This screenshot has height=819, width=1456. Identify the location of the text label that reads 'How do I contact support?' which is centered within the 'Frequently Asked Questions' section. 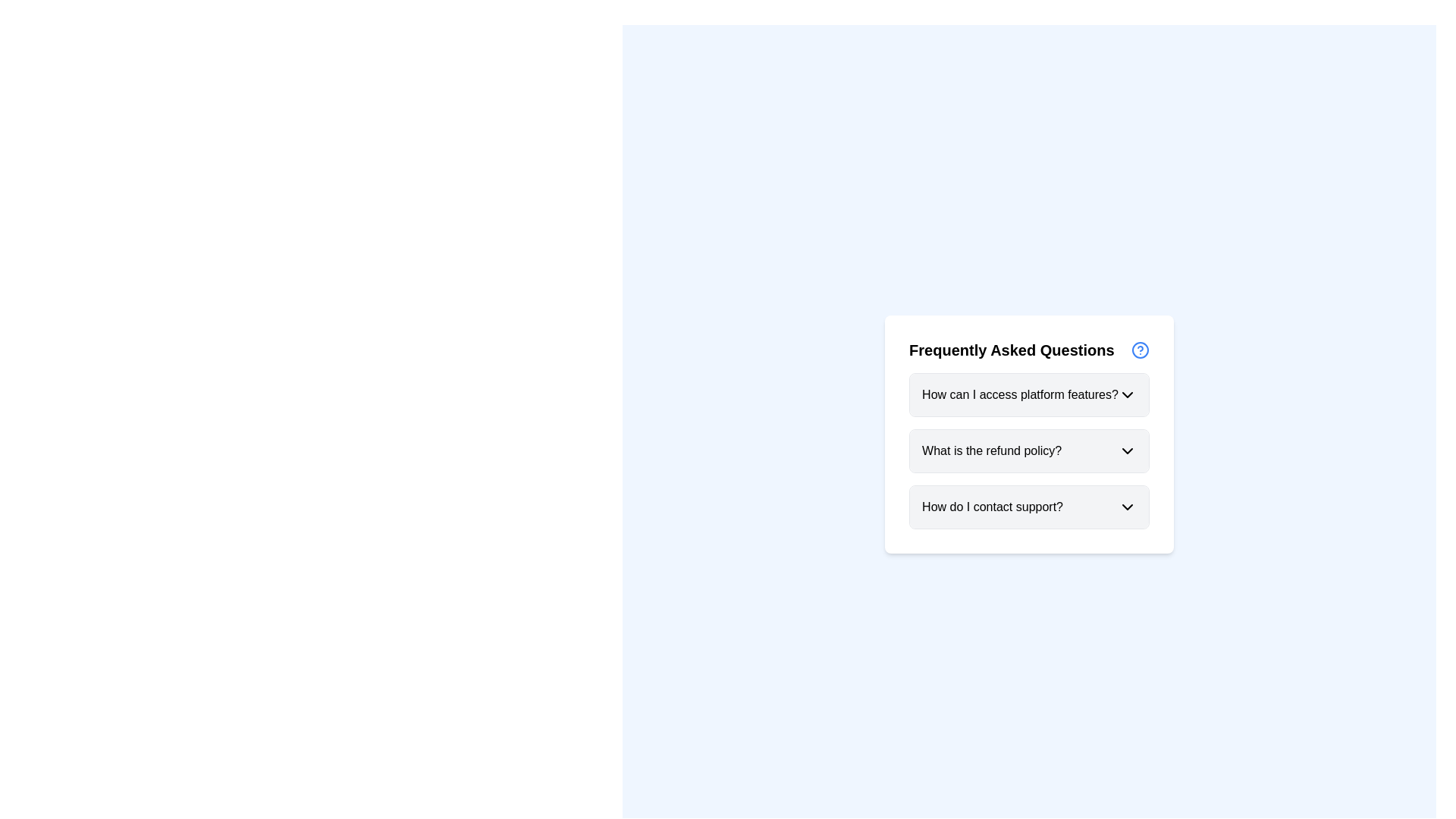
(993, 507).